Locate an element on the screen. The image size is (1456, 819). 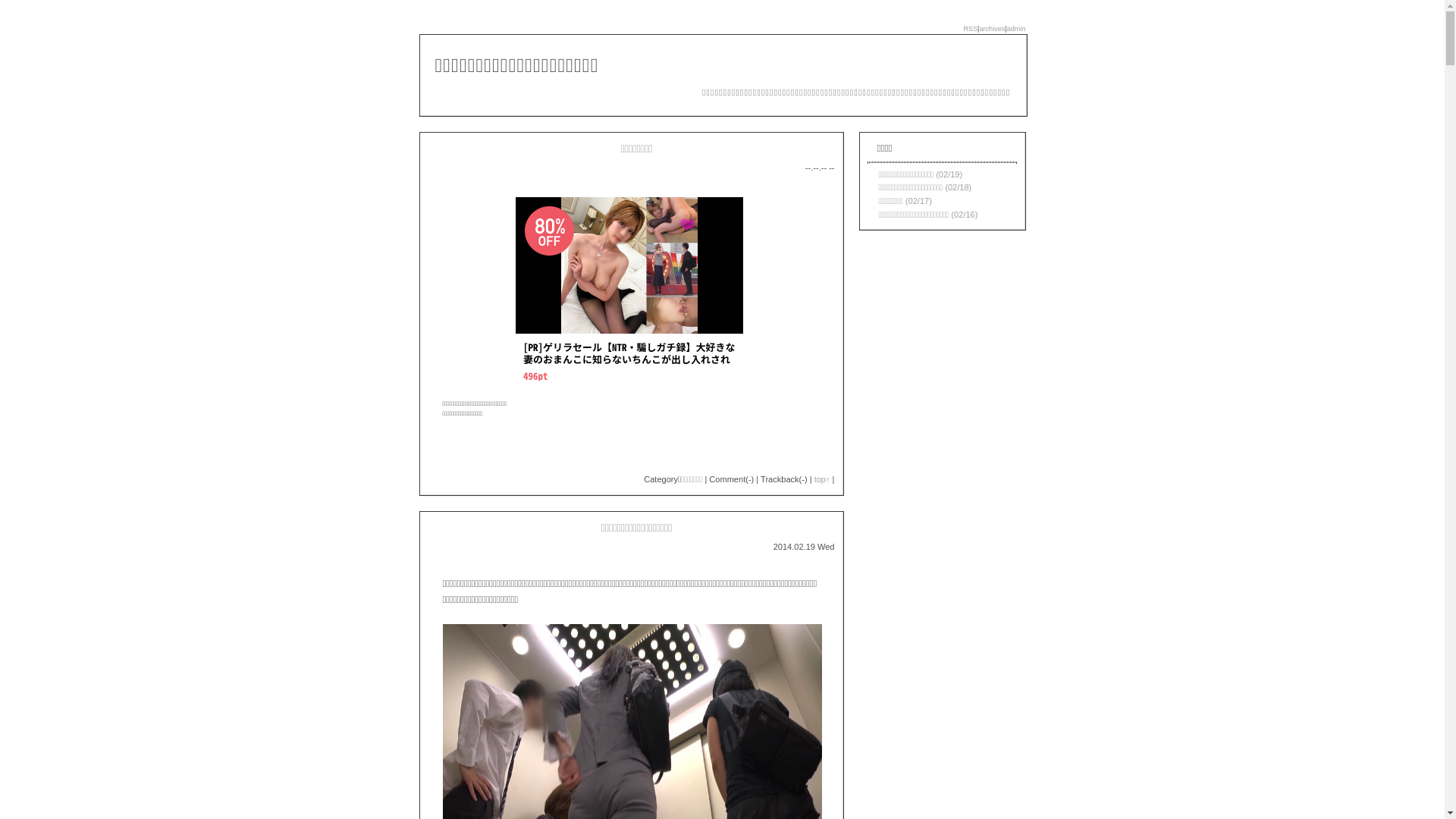
'archives' is located at coordinates (991, 29).